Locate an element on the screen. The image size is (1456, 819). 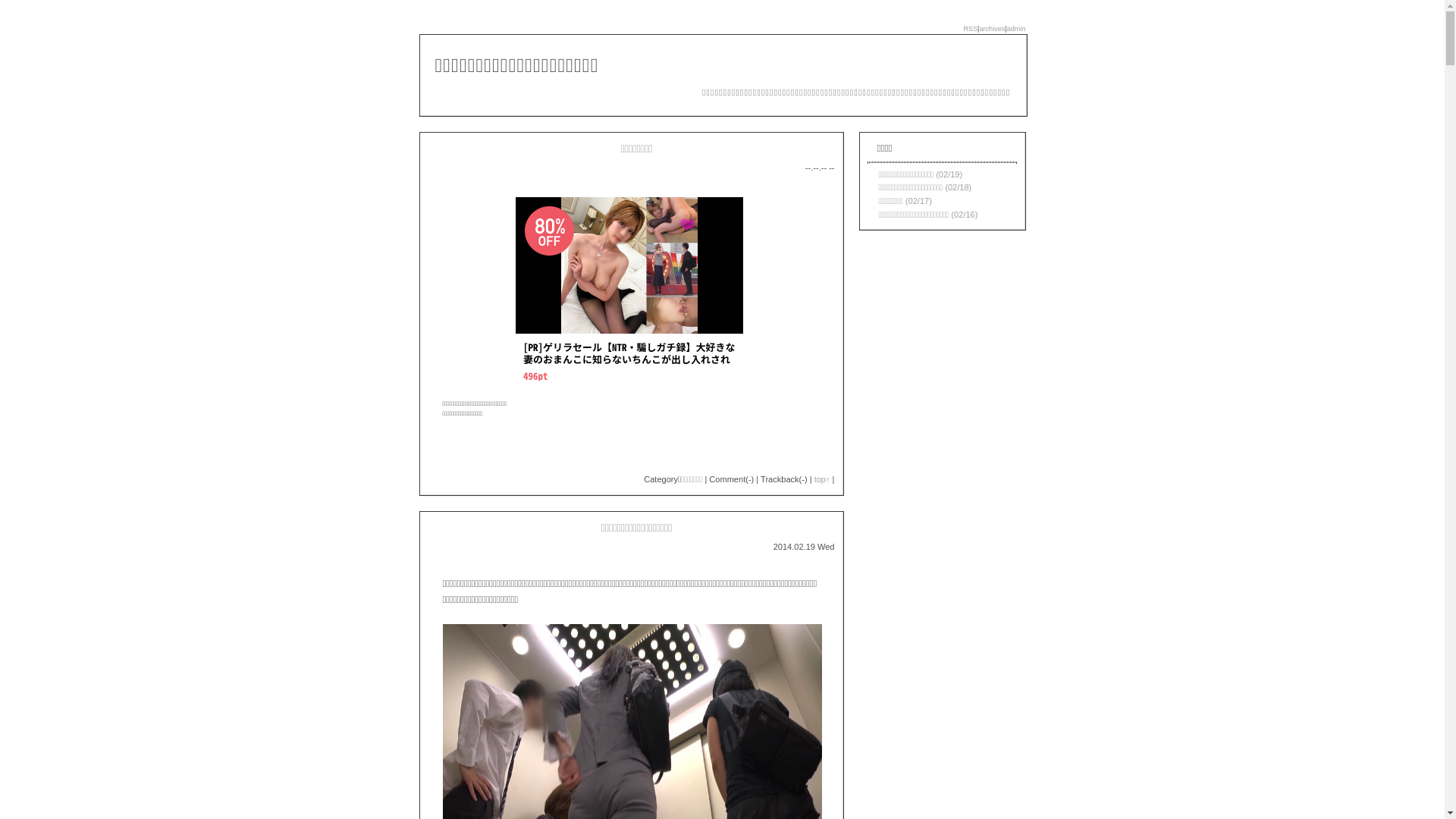
'archives' is located at coordinates (991, 29).